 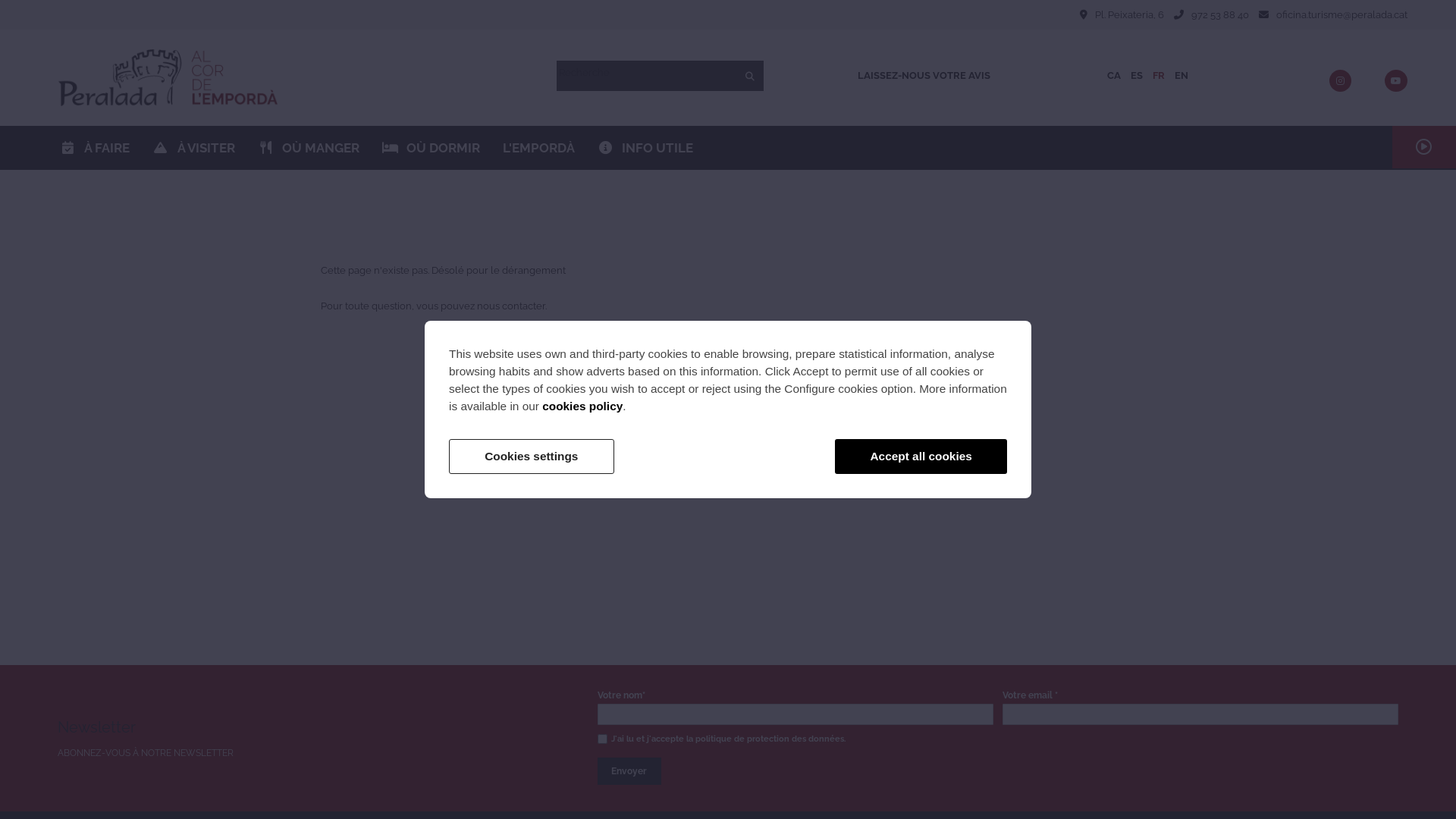 I want to click on 'INFO UTILE', so click(x=585, y=148).